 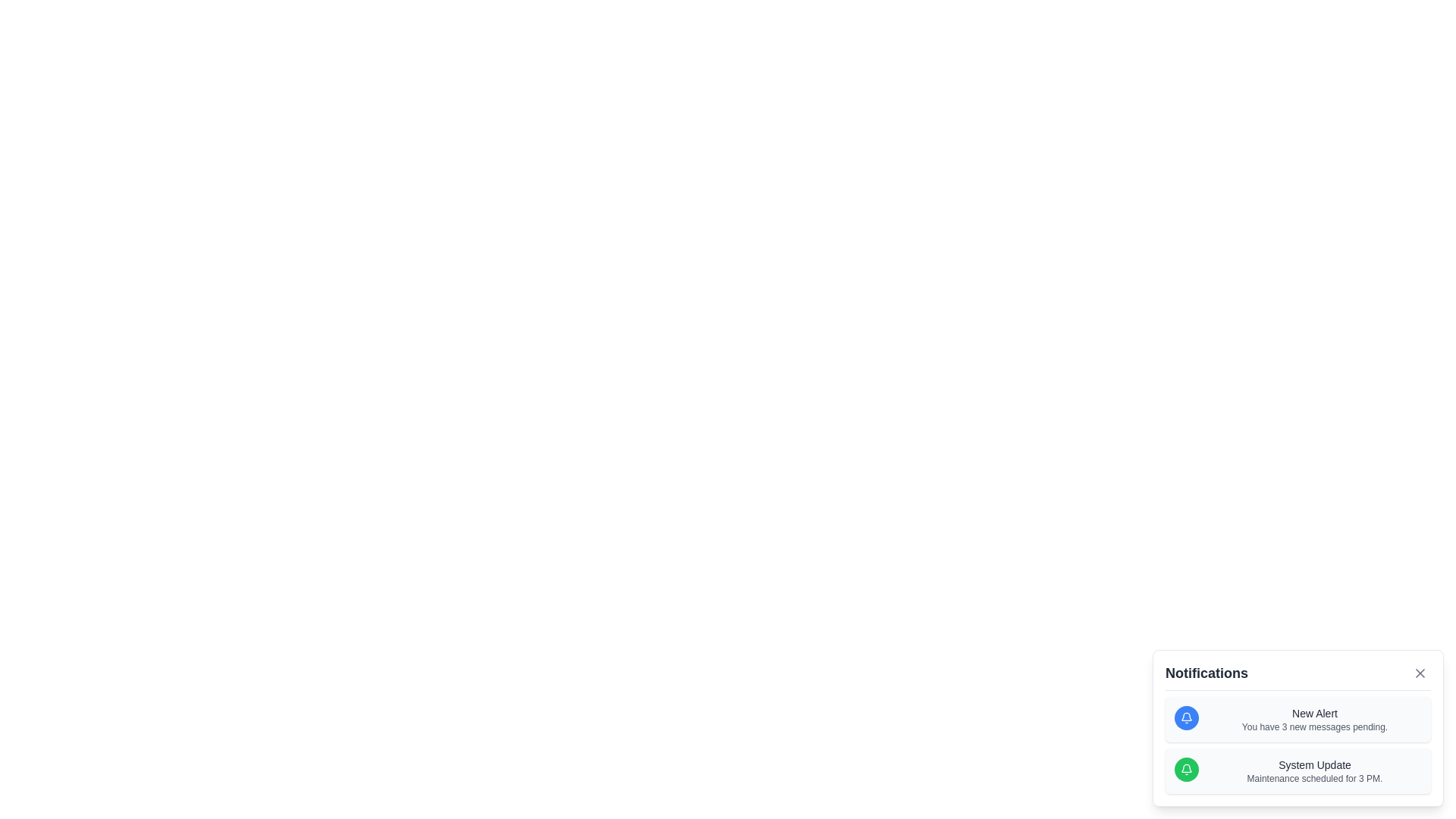 I want to click on the notification icon located in the upper-left corner of the notification card with title 'New Alert' and description 'You have 3 new messages pending', so click(x=1185, y=717).